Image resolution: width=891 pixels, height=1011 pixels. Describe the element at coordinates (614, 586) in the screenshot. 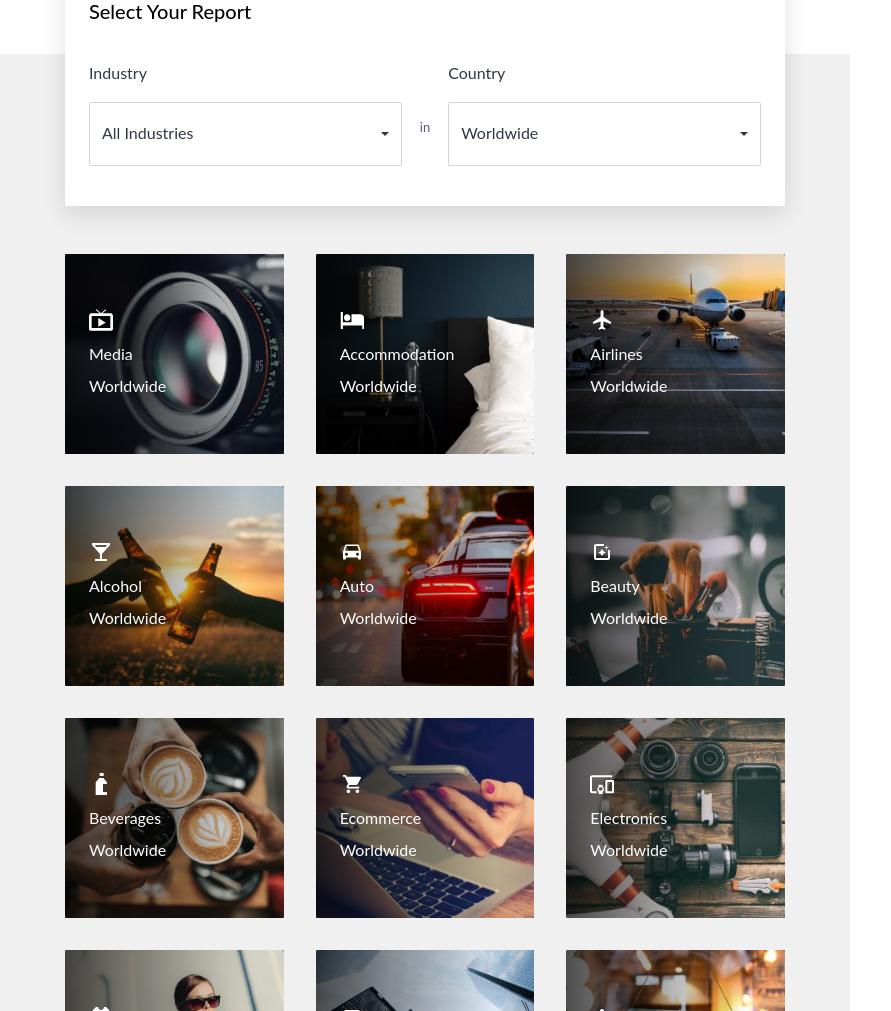

I see `'Beauty'` at that location.